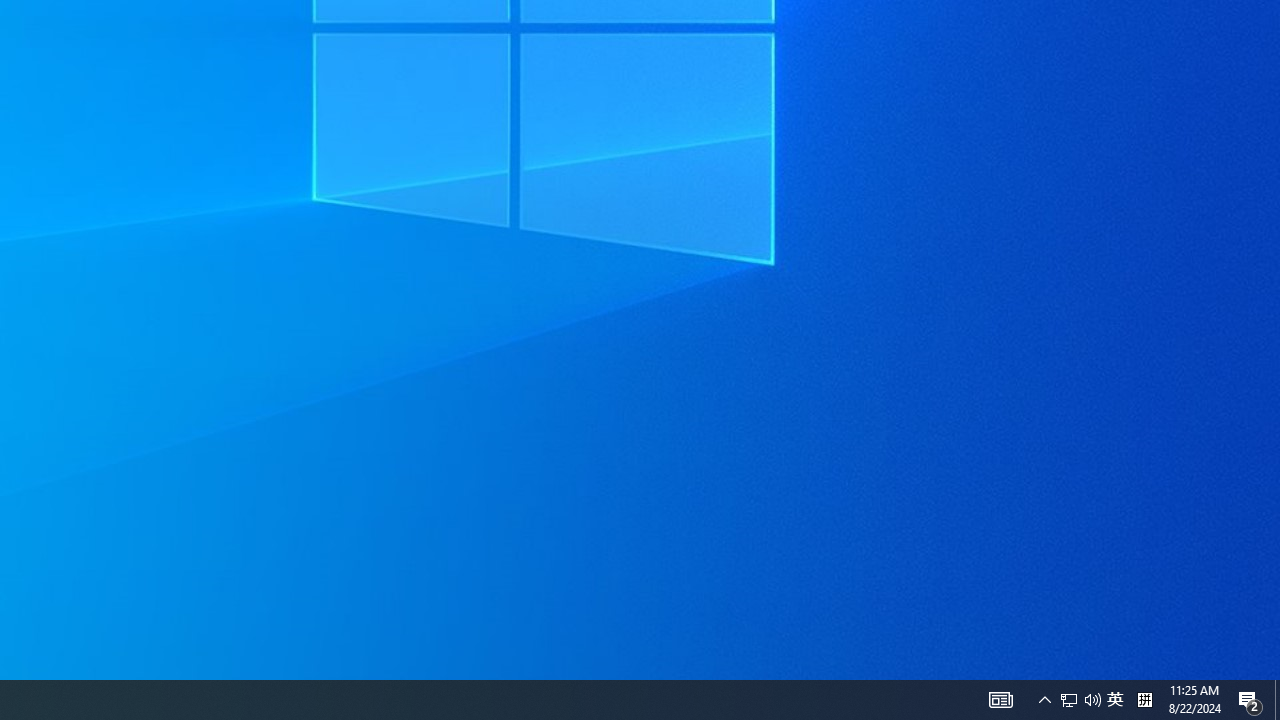 The width and height of the screenshot is (1280, 720). Describe the element at coordinates (1079, 698) in the screenshot. I see `'Tray Input Indicator - Chinese (Simplified, China)'` at that location.